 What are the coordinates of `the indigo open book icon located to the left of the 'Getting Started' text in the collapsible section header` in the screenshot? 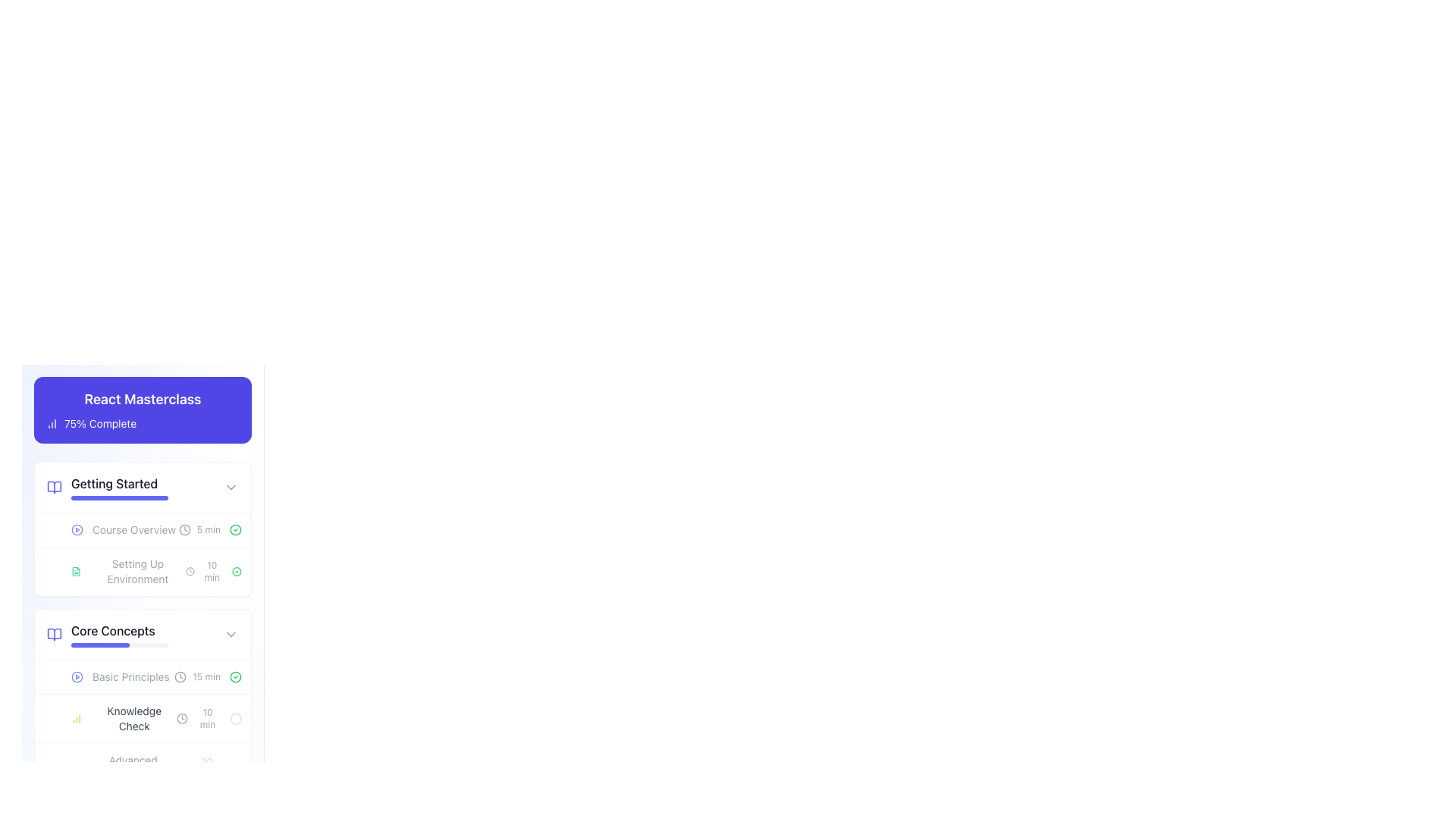 It's located at (55, 488).